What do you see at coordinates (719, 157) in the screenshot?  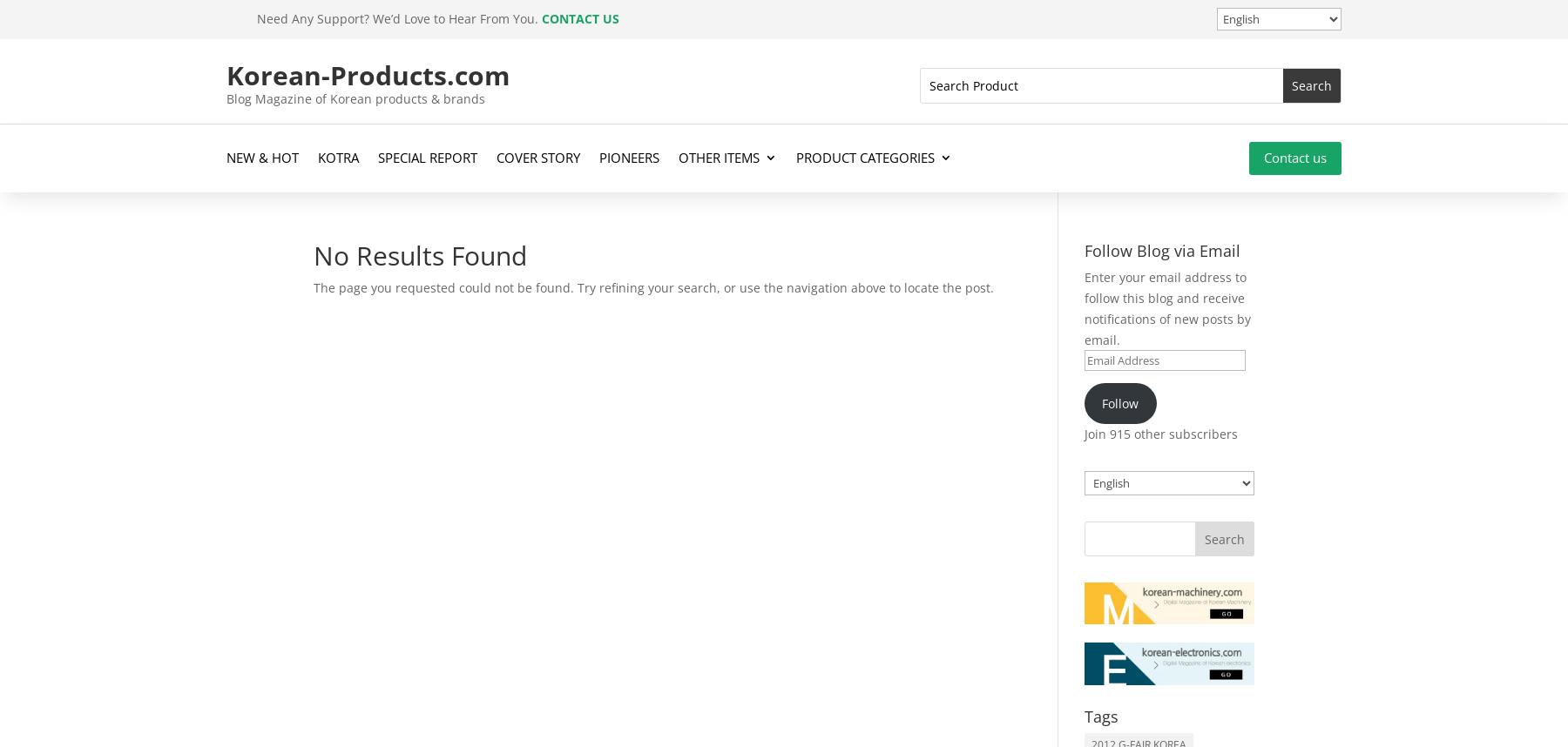 I see `'OTHER ITEMS'` at bounding box center [719, 157].